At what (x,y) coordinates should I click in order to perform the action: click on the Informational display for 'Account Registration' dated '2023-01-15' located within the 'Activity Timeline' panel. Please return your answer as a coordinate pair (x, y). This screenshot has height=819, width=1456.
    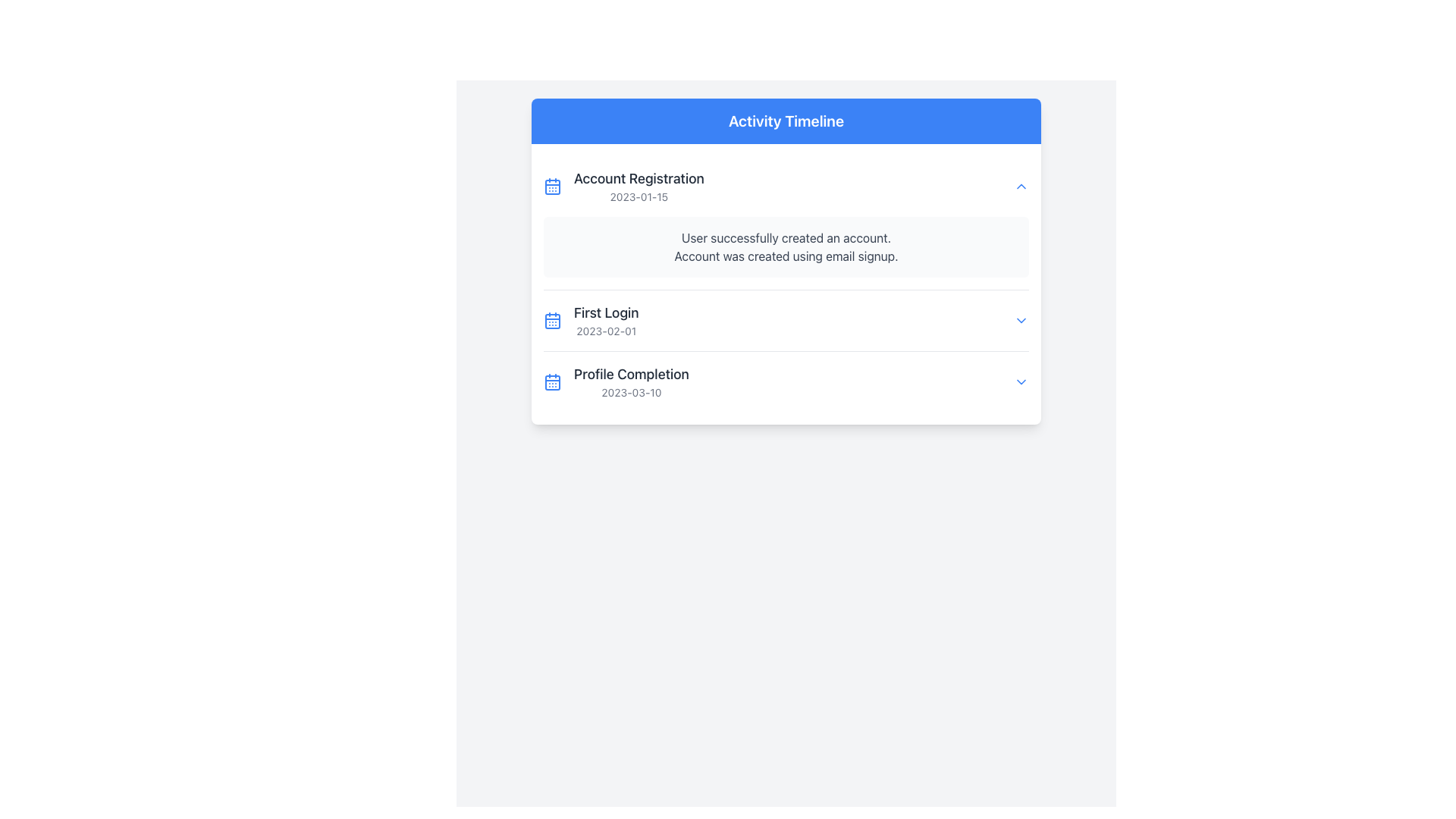
    Looking at the image, I should click on (623, 186).